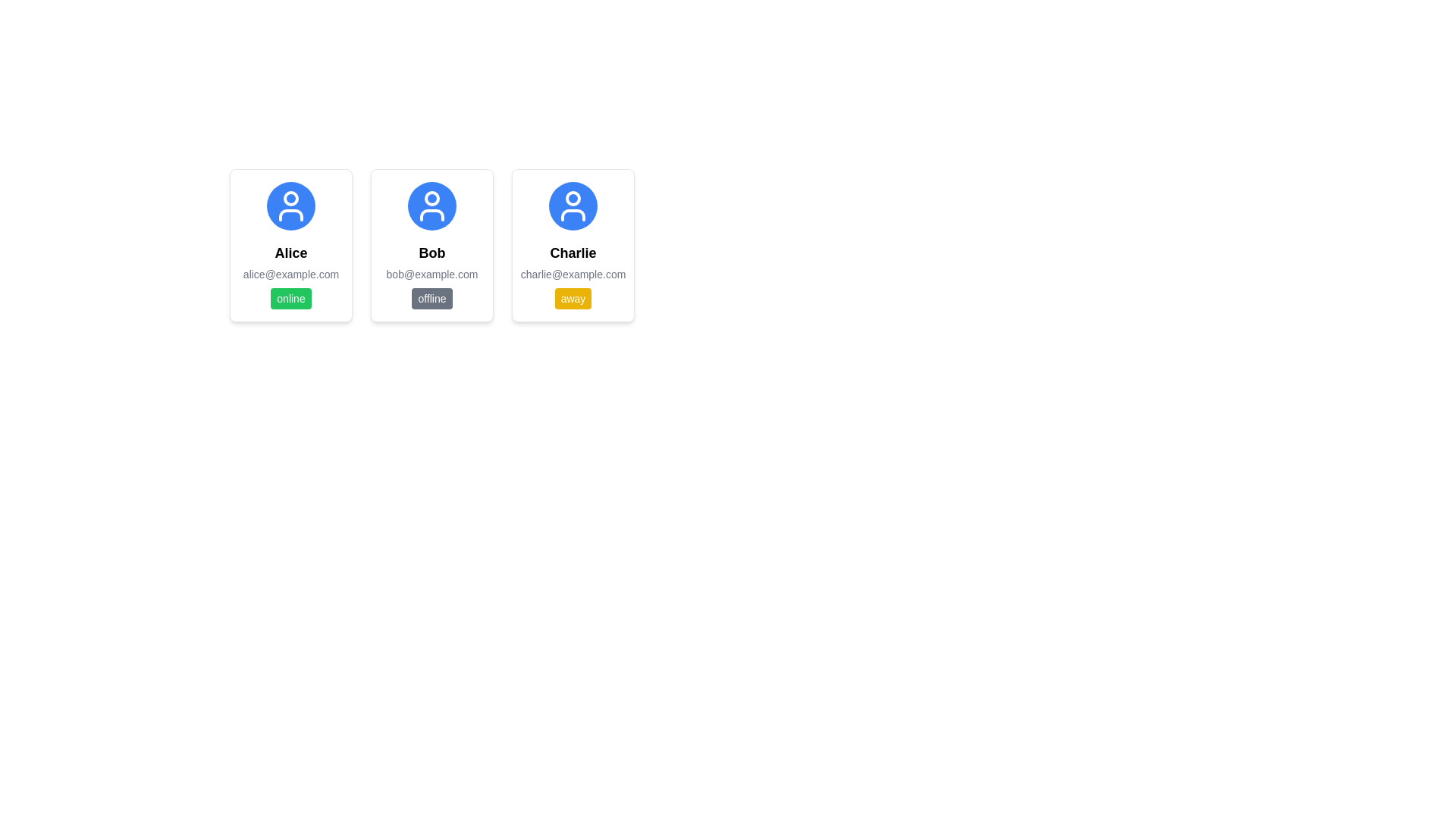 Image resolution: width=1456 pixels, height=819 pixels. Describe the element at coordinates (291, 253) in the screenshot. I see `text label displaying 'Alice', which is styled in a large bold font and located centrally within a user card, beneath the profile icon` at that location.